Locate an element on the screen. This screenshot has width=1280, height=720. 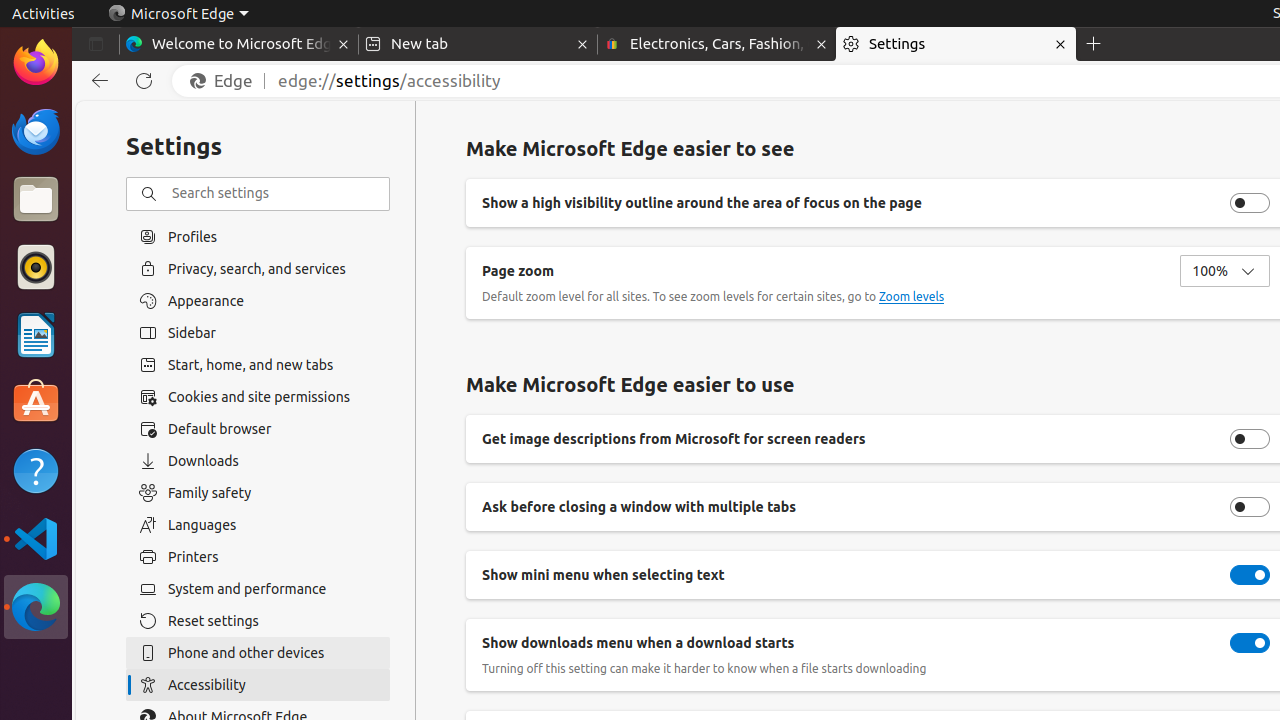
'Privacy, search, and services' is located at coordinates (257, 267).